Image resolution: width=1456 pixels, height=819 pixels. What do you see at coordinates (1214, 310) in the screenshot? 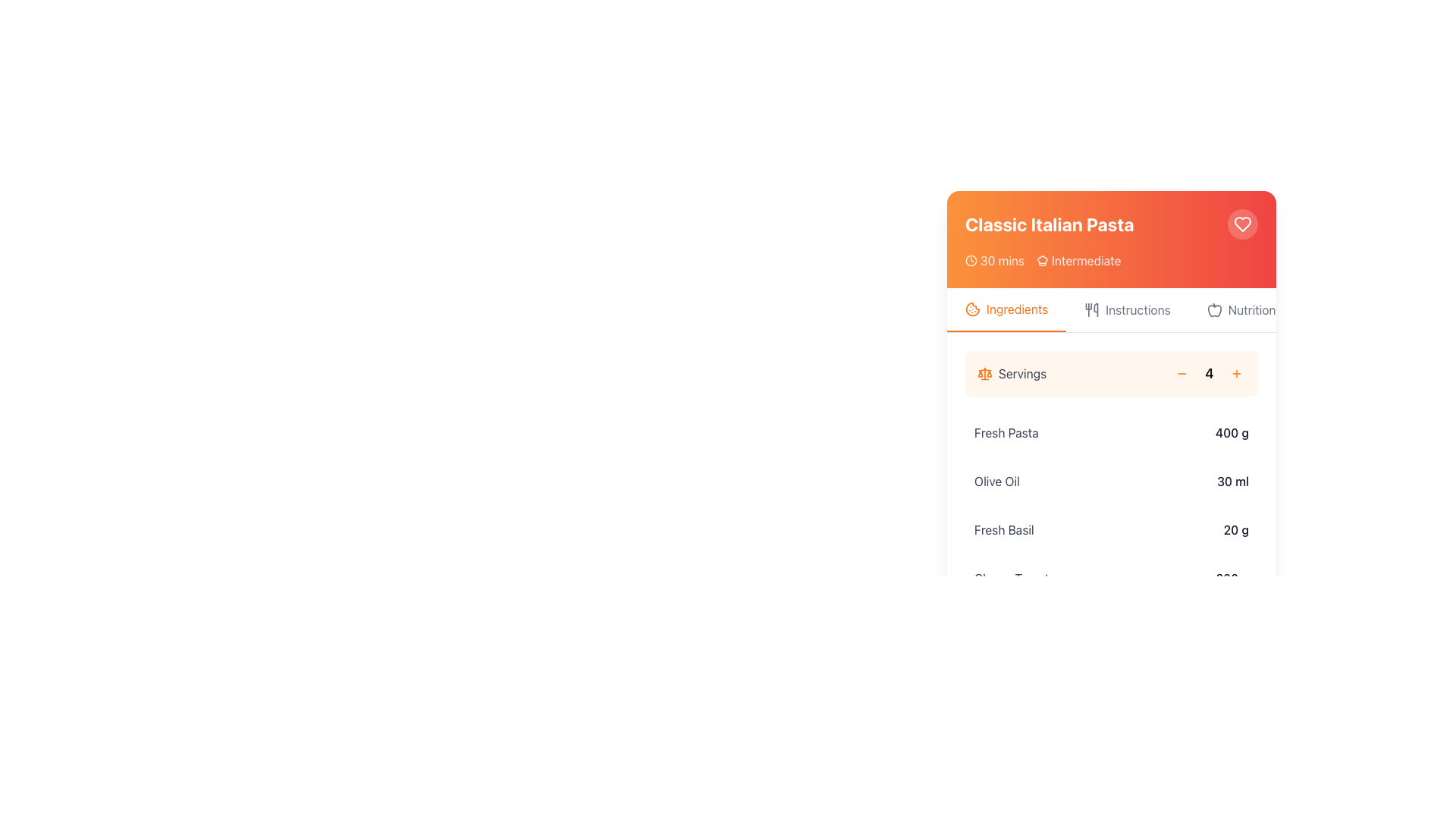
I see `the decorative or functional icon located at the center-right corner of the recipe details card, which is slightly above the section tabs like Ingredients, Instructions, and Nutrition` at bounding box center [1214, 310].